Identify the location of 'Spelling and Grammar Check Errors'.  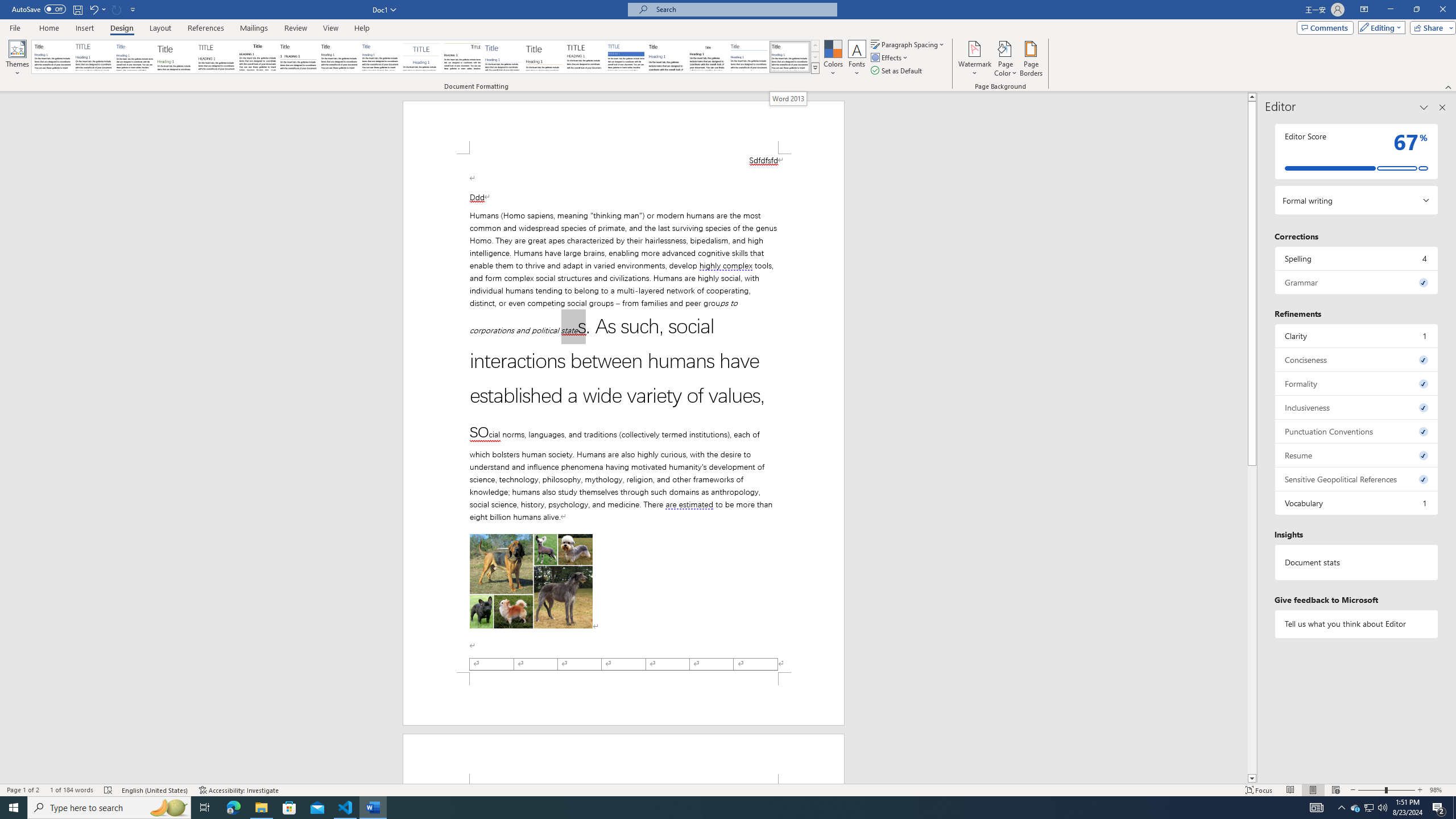
(107, 790).